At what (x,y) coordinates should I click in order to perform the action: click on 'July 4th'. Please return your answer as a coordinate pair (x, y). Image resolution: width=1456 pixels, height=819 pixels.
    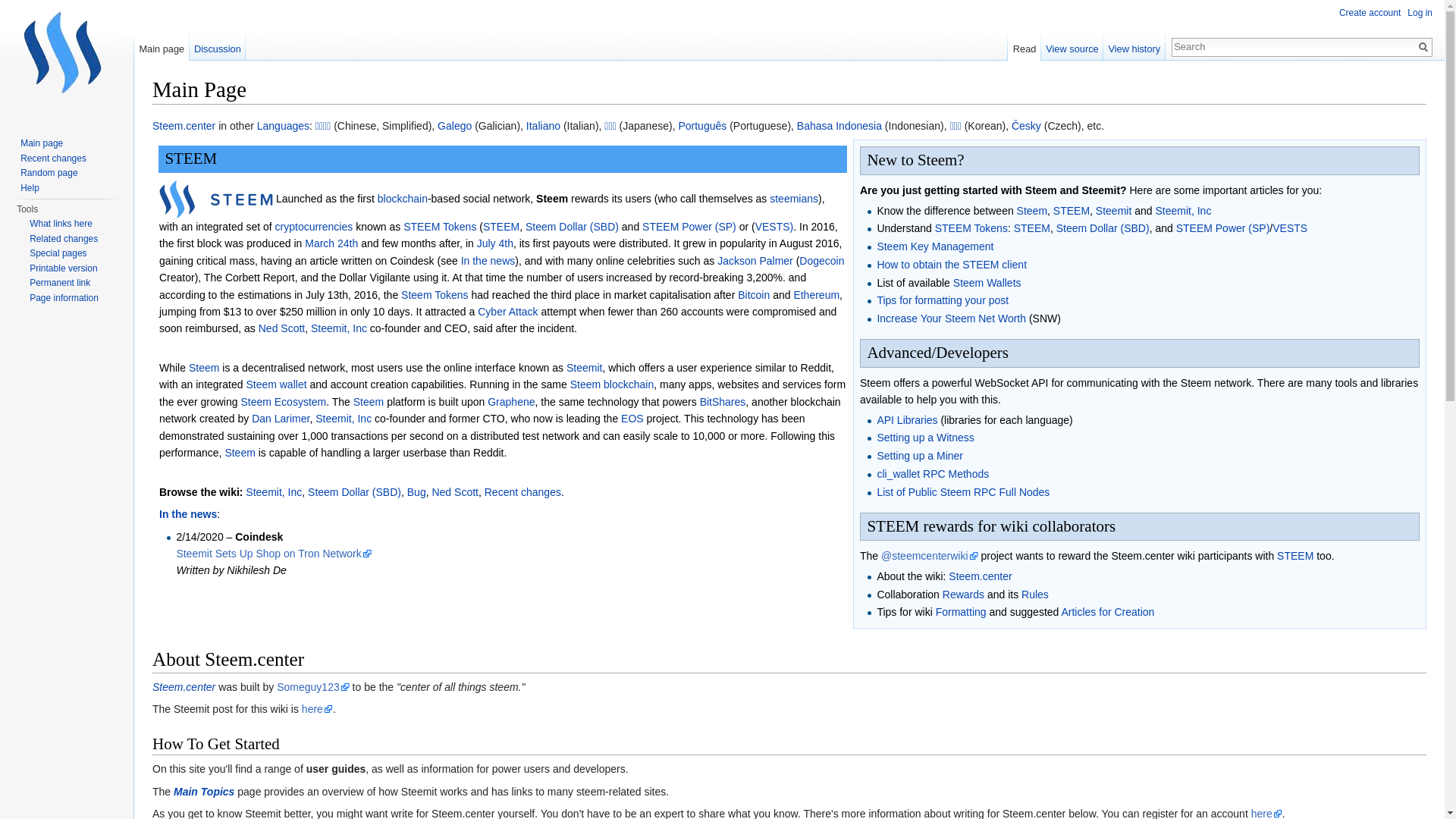
    Looking at the image, I should click on (494, 242).